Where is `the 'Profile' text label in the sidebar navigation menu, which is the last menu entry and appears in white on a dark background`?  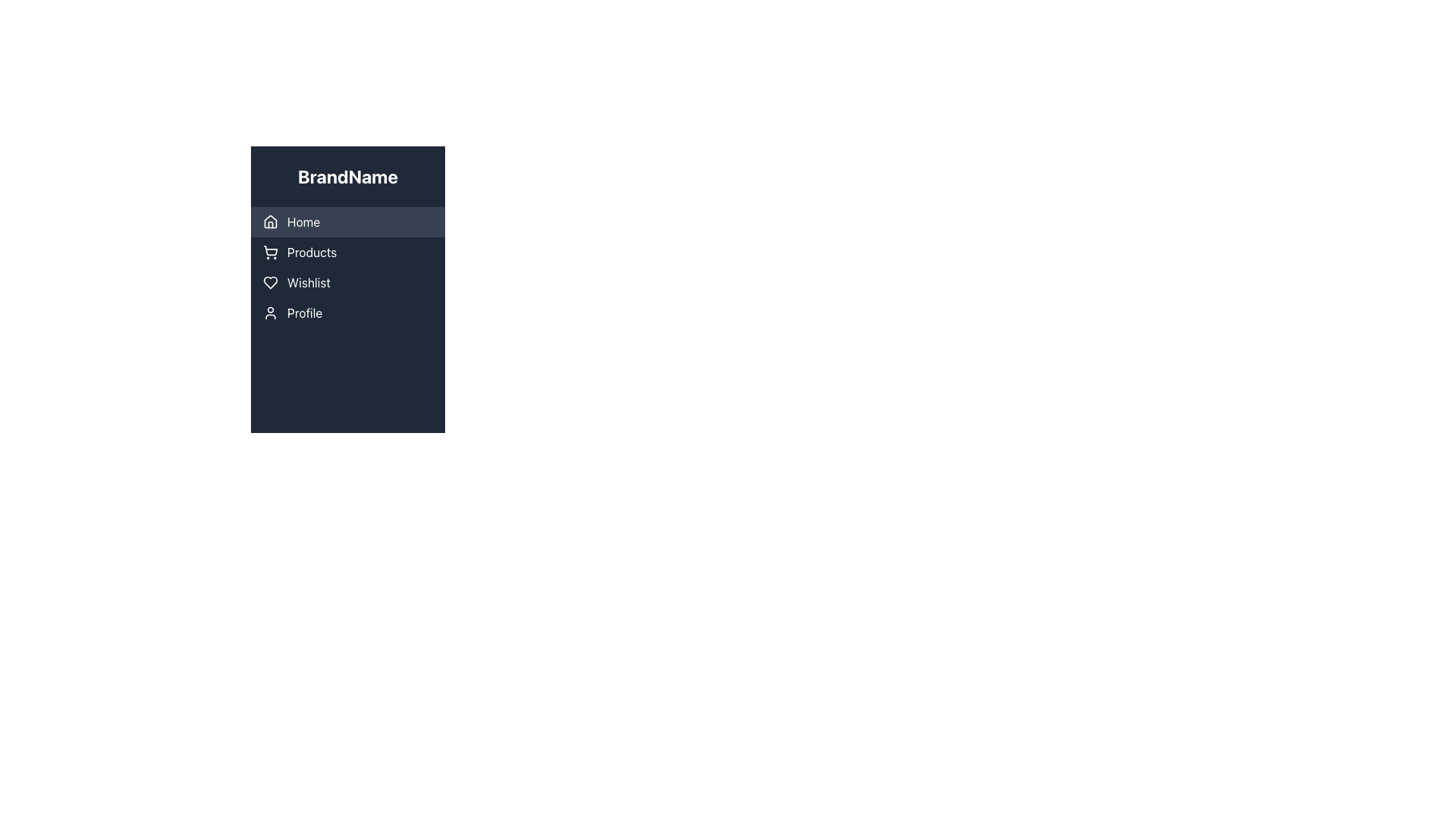 the 'Profile' text label in the sidebar navigation menu, which is the last menu entry and appears in white on a dark background is located at coordinates (304, 312).